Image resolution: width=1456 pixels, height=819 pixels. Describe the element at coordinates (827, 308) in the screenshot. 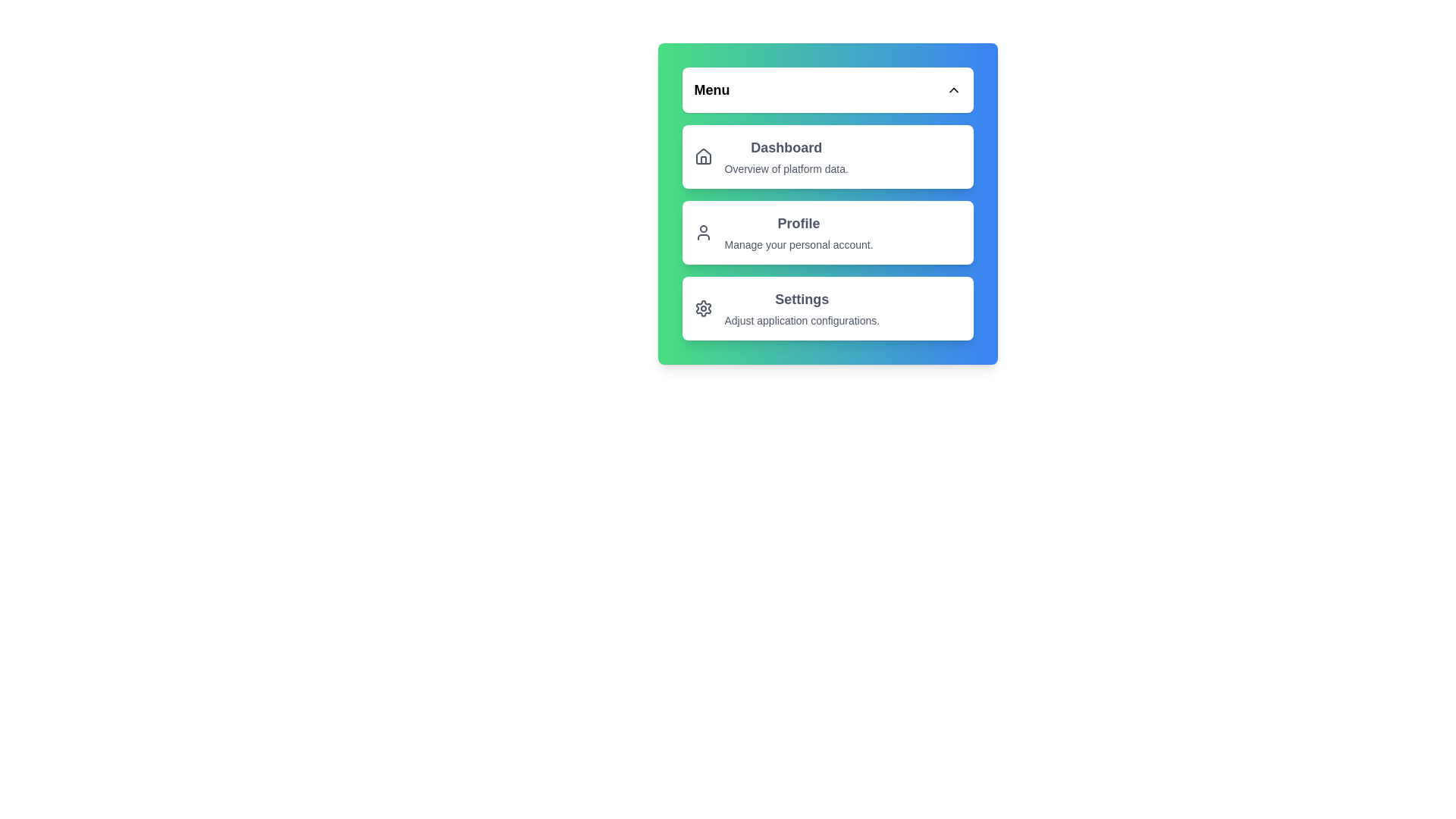

I see `the menu item Settings` at that location.